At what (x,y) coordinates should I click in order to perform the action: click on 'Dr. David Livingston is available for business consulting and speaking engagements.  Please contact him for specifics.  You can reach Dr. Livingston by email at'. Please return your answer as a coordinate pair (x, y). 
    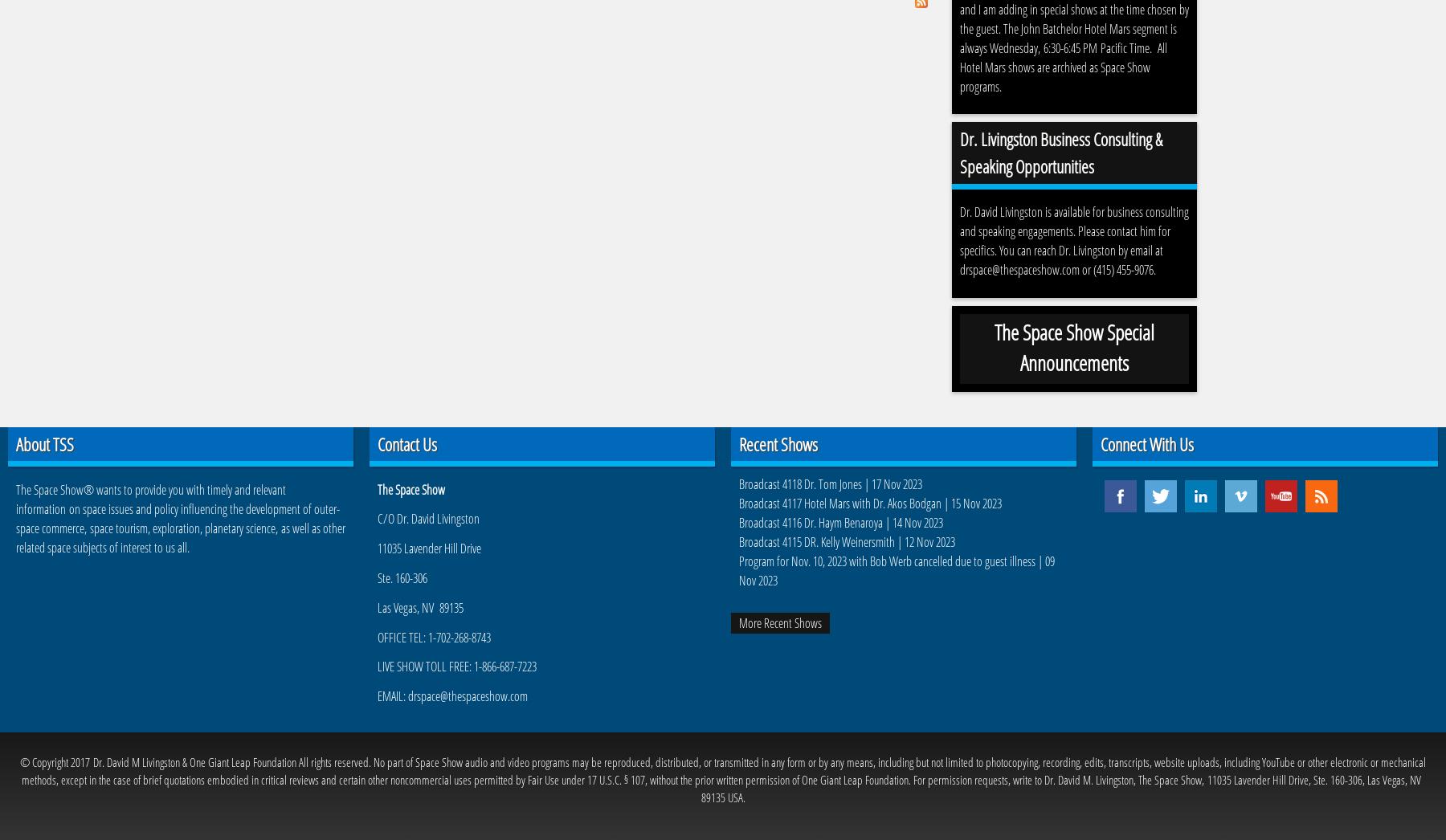
    Looking at the image, I should click on (1074, 230).